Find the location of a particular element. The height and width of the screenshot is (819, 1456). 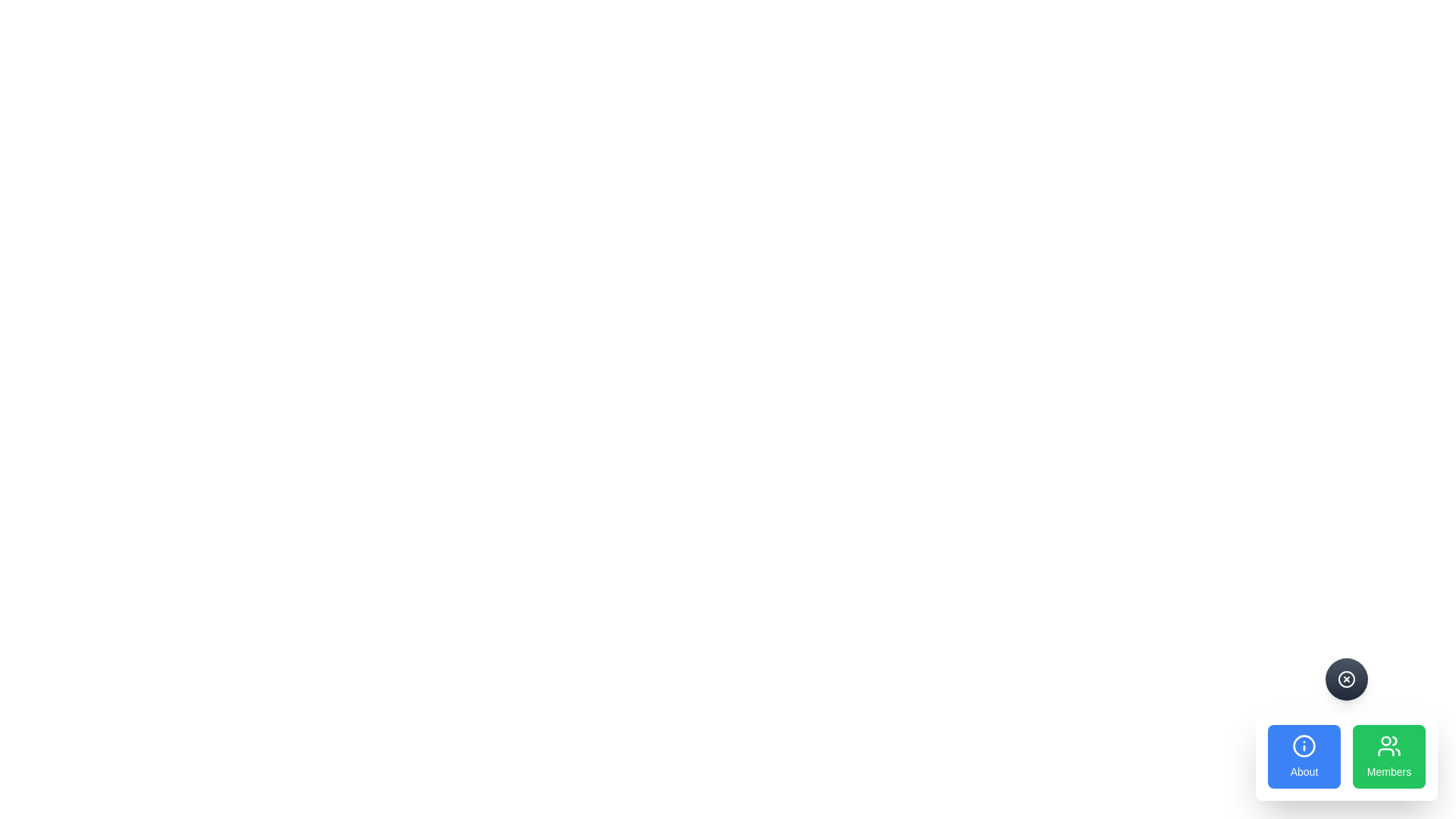

the upper-right curve of the second user figure in the SVG icon within the green 'Members' button located at the bottom-right of the interface is located at coordinates (1395, 740).